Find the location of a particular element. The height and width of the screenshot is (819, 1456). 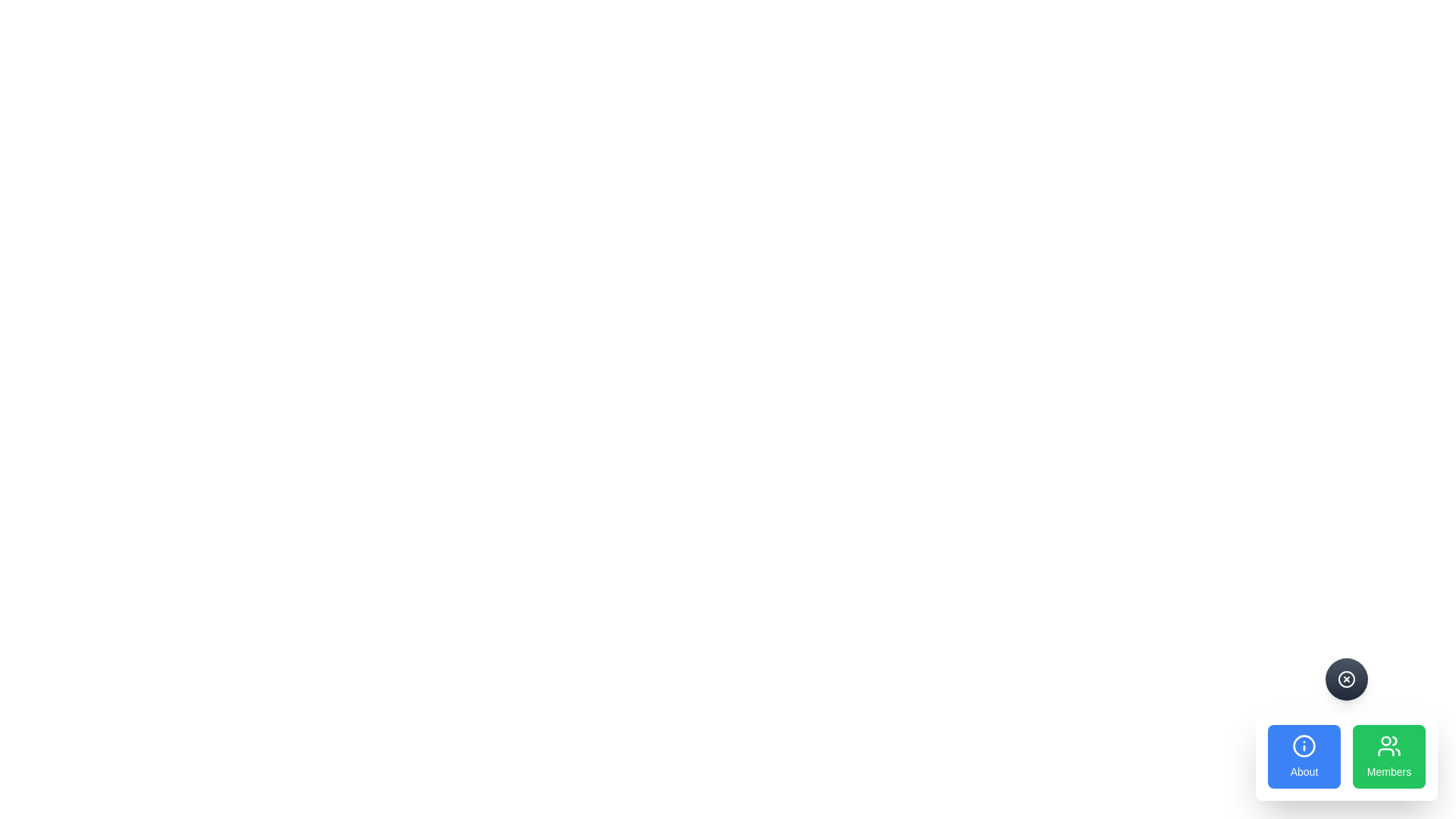

the upper-right curve of the second user figure in the SVG icon within the green 'Members' button located at the bottom-right of the interface is located at coordinates (1395, 740).